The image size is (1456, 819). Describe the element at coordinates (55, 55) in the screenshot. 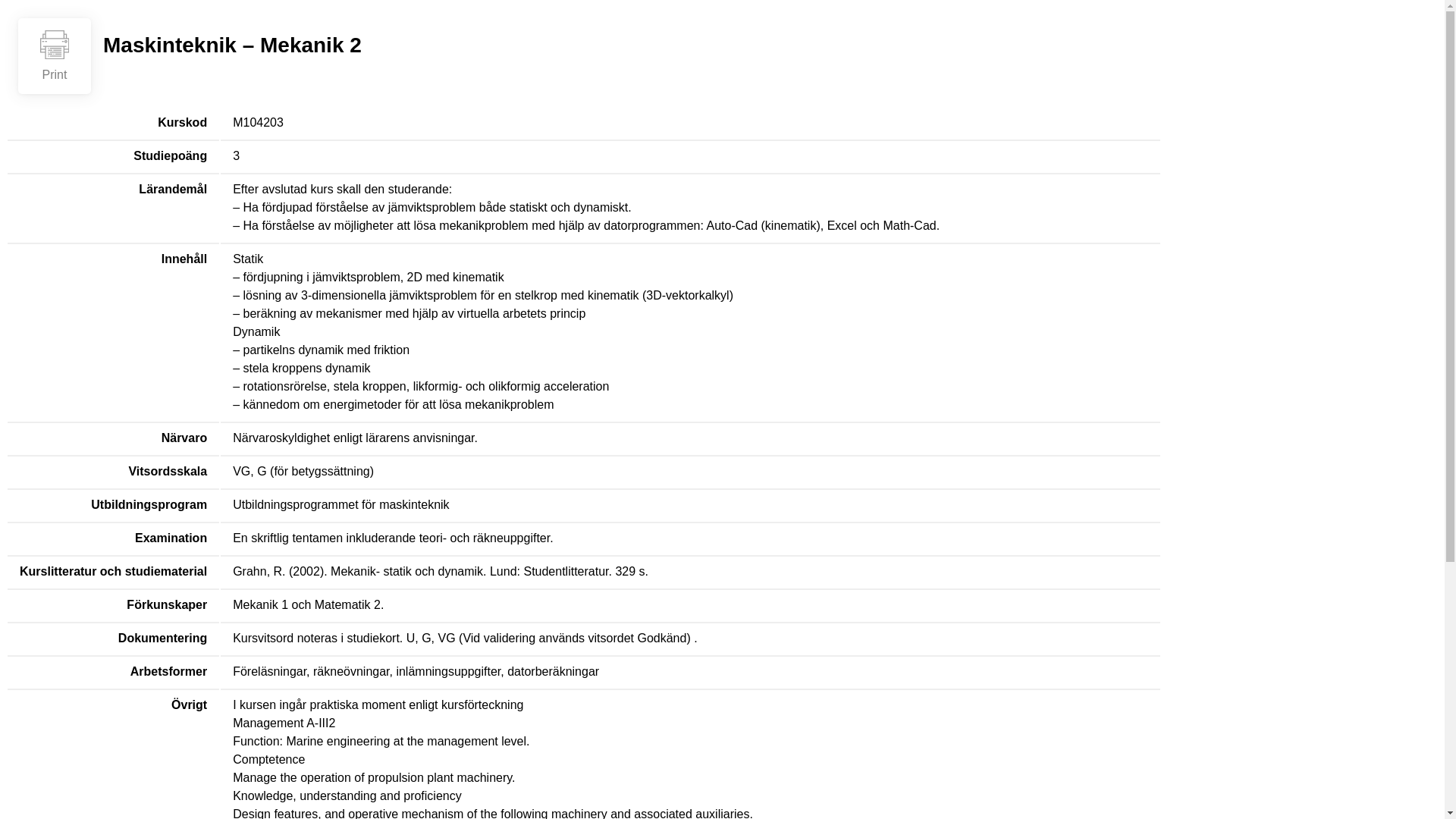

I see `'Print'` at that location.